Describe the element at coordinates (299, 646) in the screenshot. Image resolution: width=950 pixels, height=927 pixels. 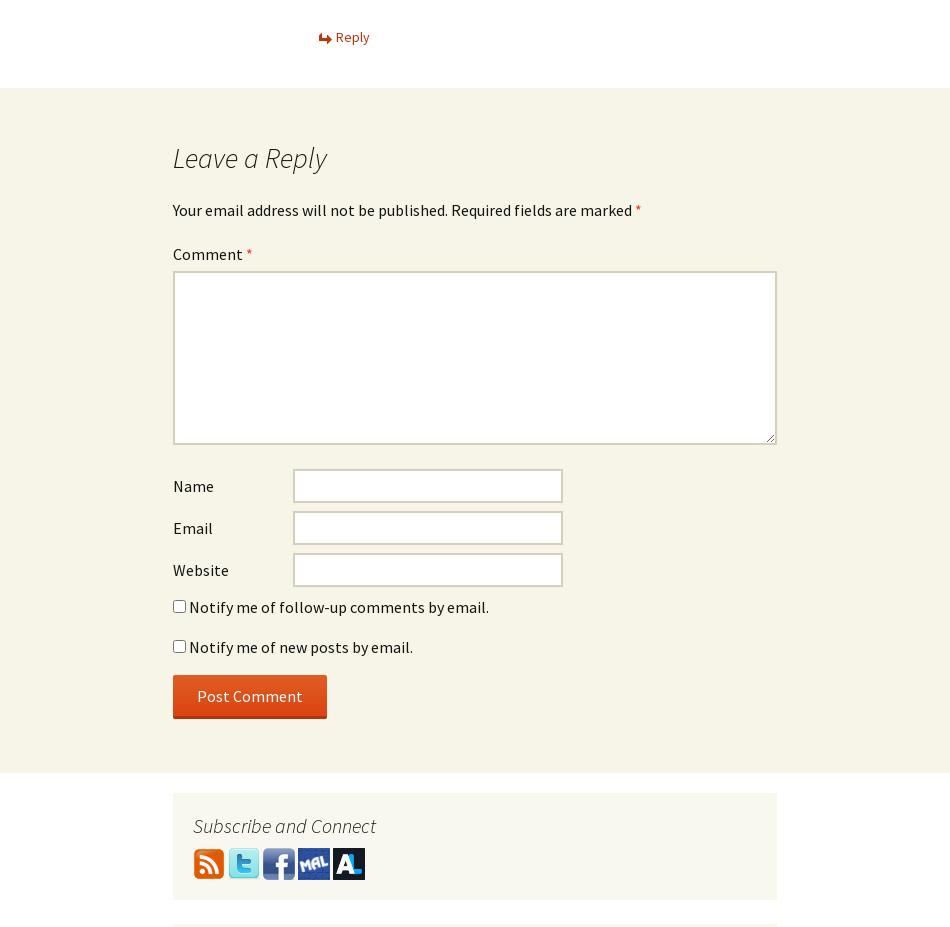
I see `'Notify me of new posts by email.'` at that location.